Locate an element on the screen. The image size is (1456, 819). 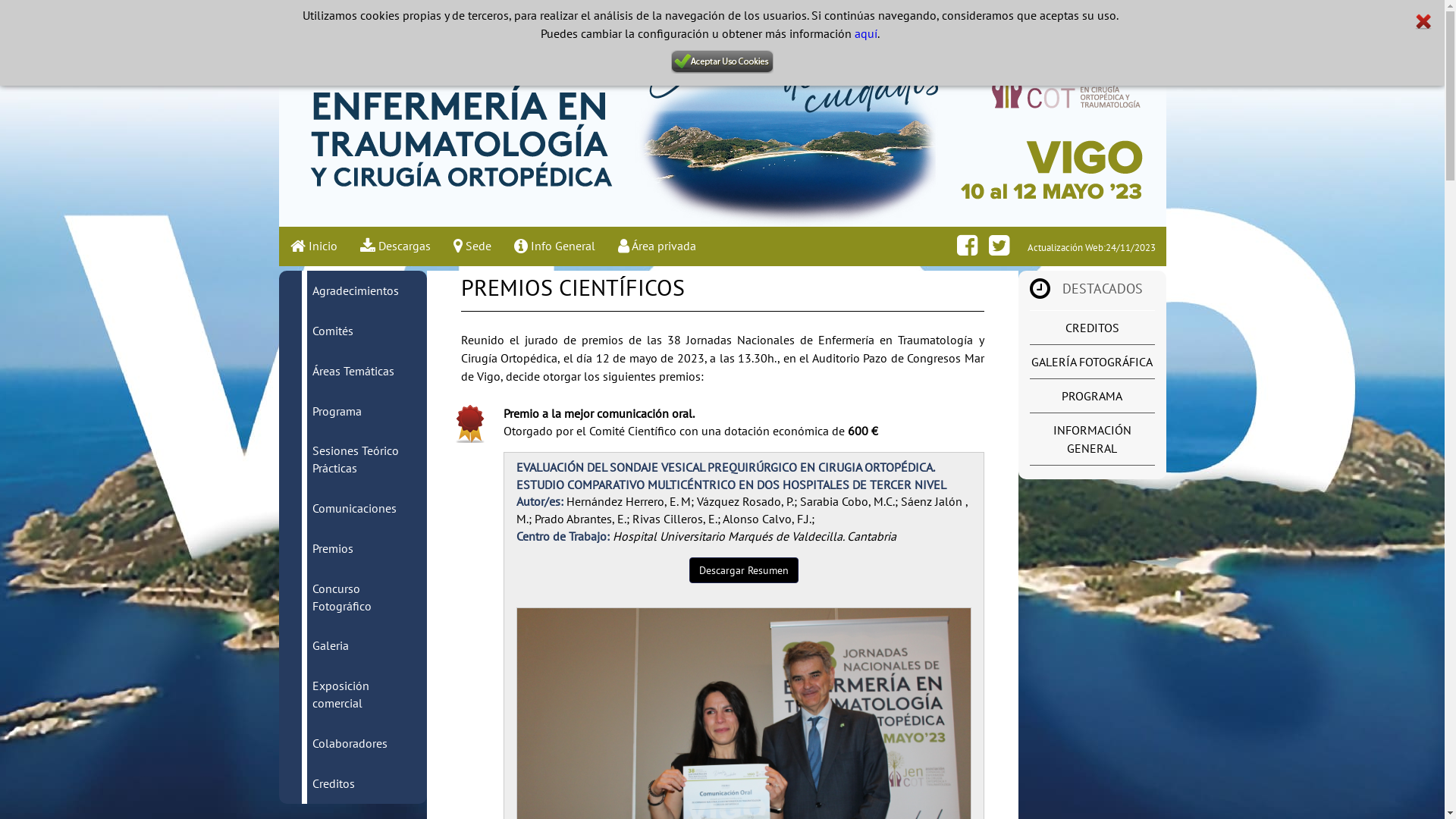
'Cerrar' is located at coordinates (1422, 22).